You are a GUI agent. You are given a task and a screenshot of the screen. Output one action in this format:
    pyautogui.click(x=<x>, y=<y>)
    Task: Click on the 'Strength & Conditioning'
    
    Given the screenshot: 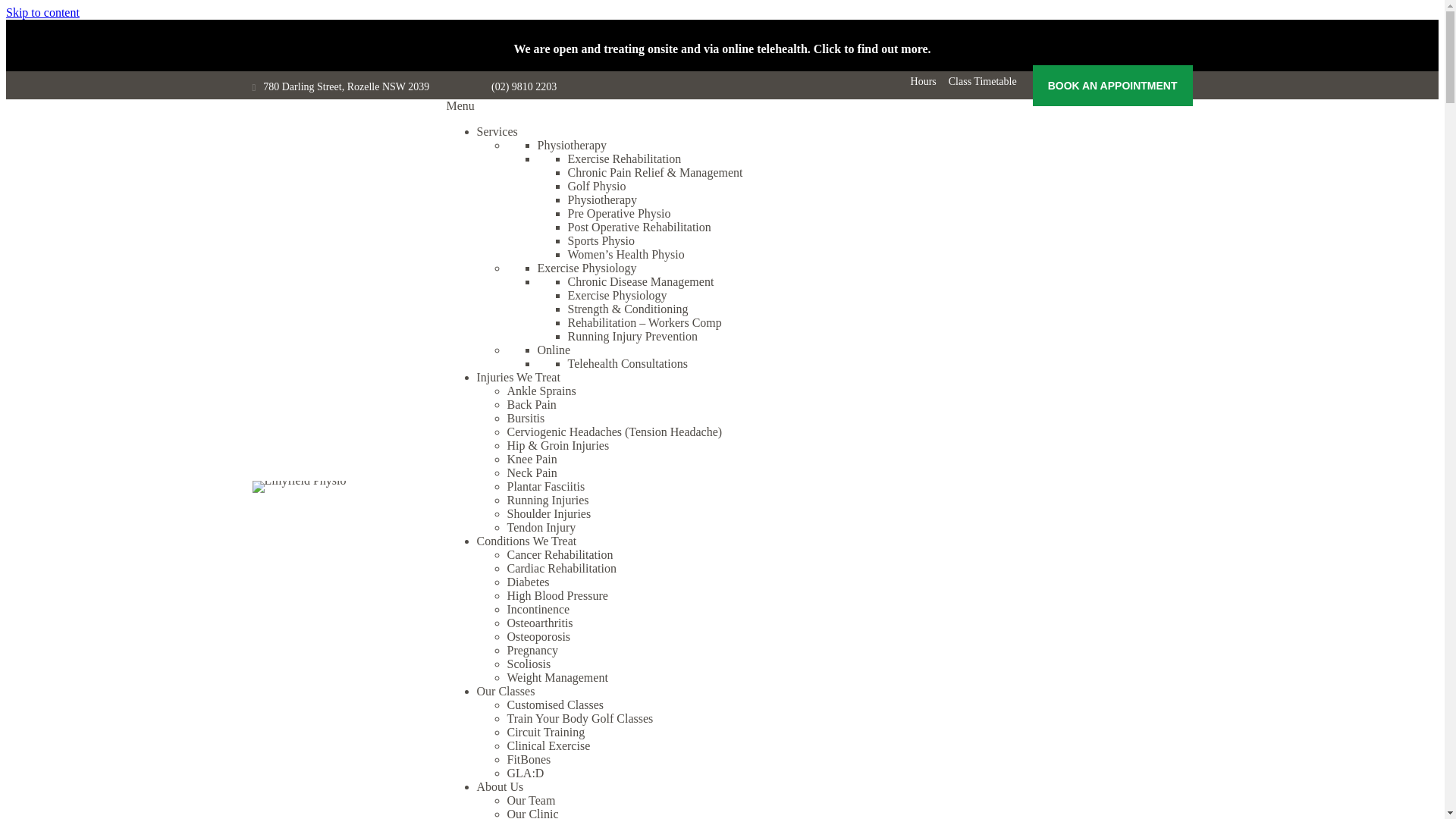 What is the action you would take?
    pyautogui.click(x=566, y=308)
    